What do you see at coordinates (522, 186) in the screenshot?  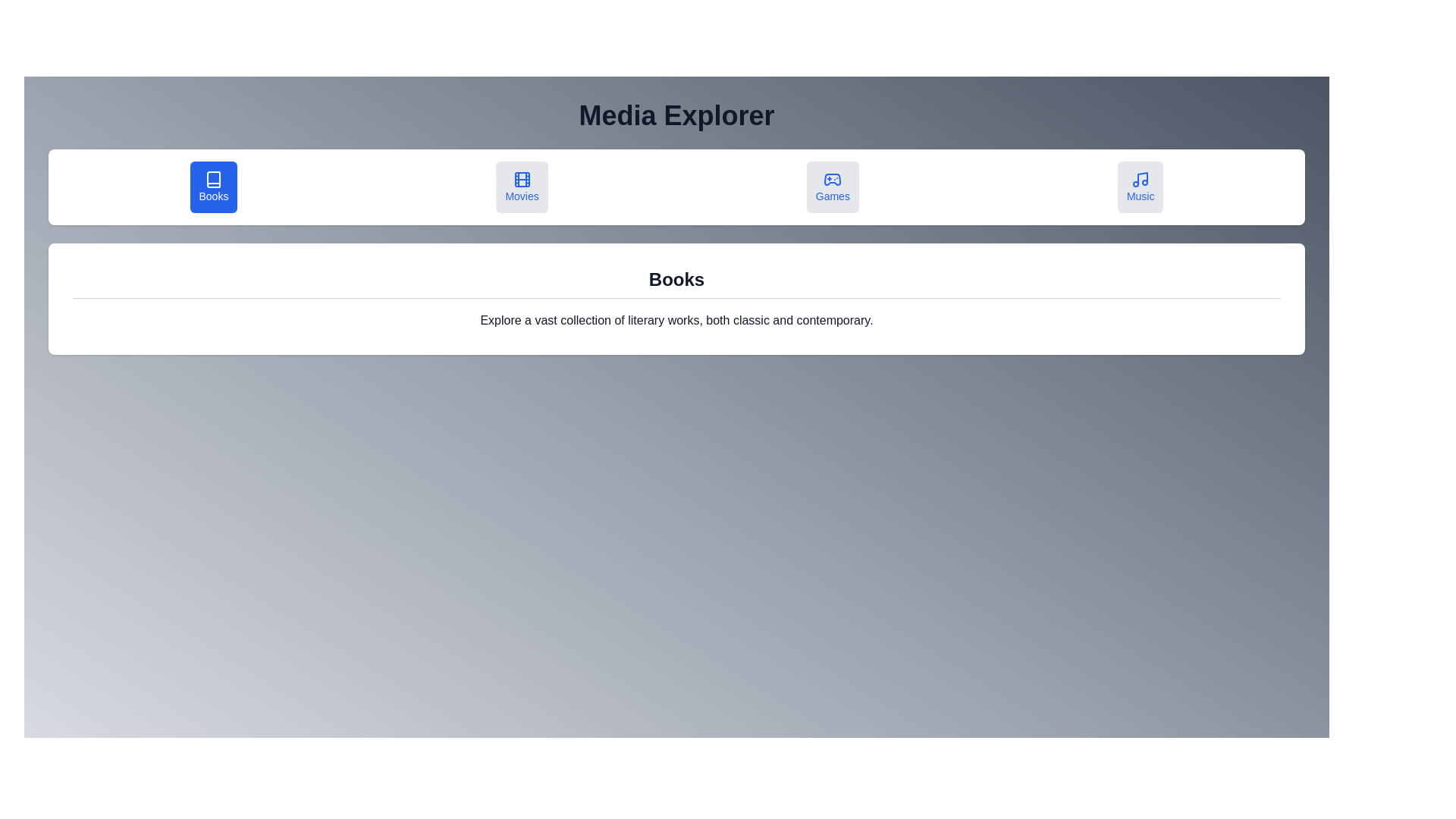 I see `the Movies tab` at bounding box center [522, 186].